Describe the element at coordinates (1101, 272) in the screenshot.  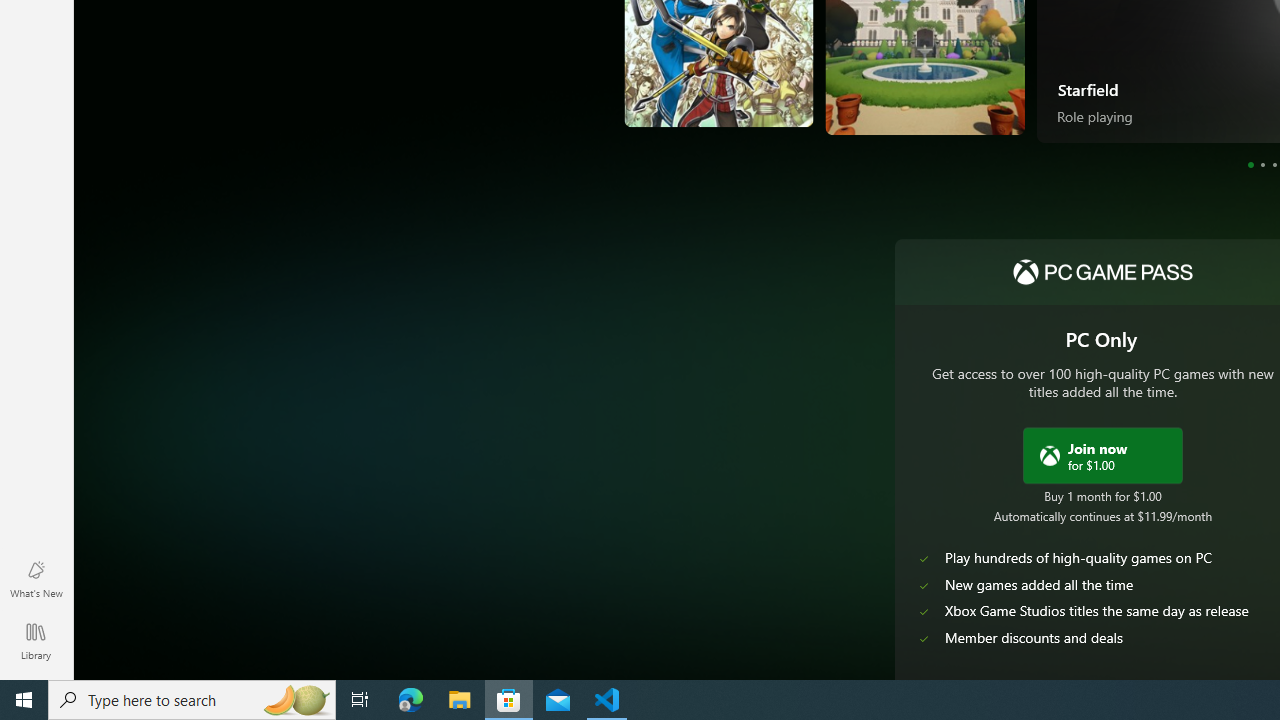
I see `'PC Game Pass logo'` at that location.